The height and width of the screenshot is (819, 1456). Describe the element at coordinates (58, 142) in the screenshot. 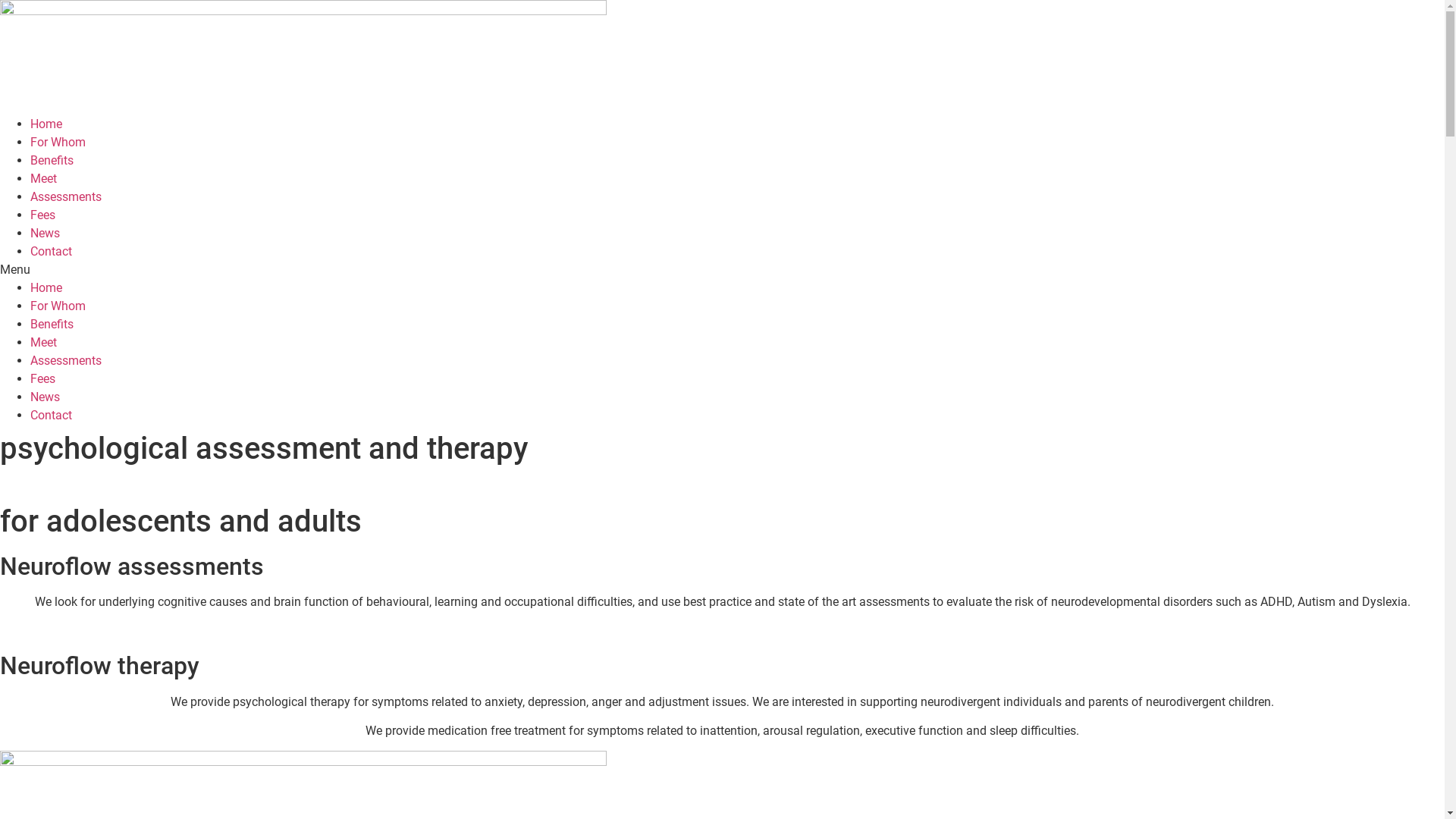

I see `'For Whom'` at that location.